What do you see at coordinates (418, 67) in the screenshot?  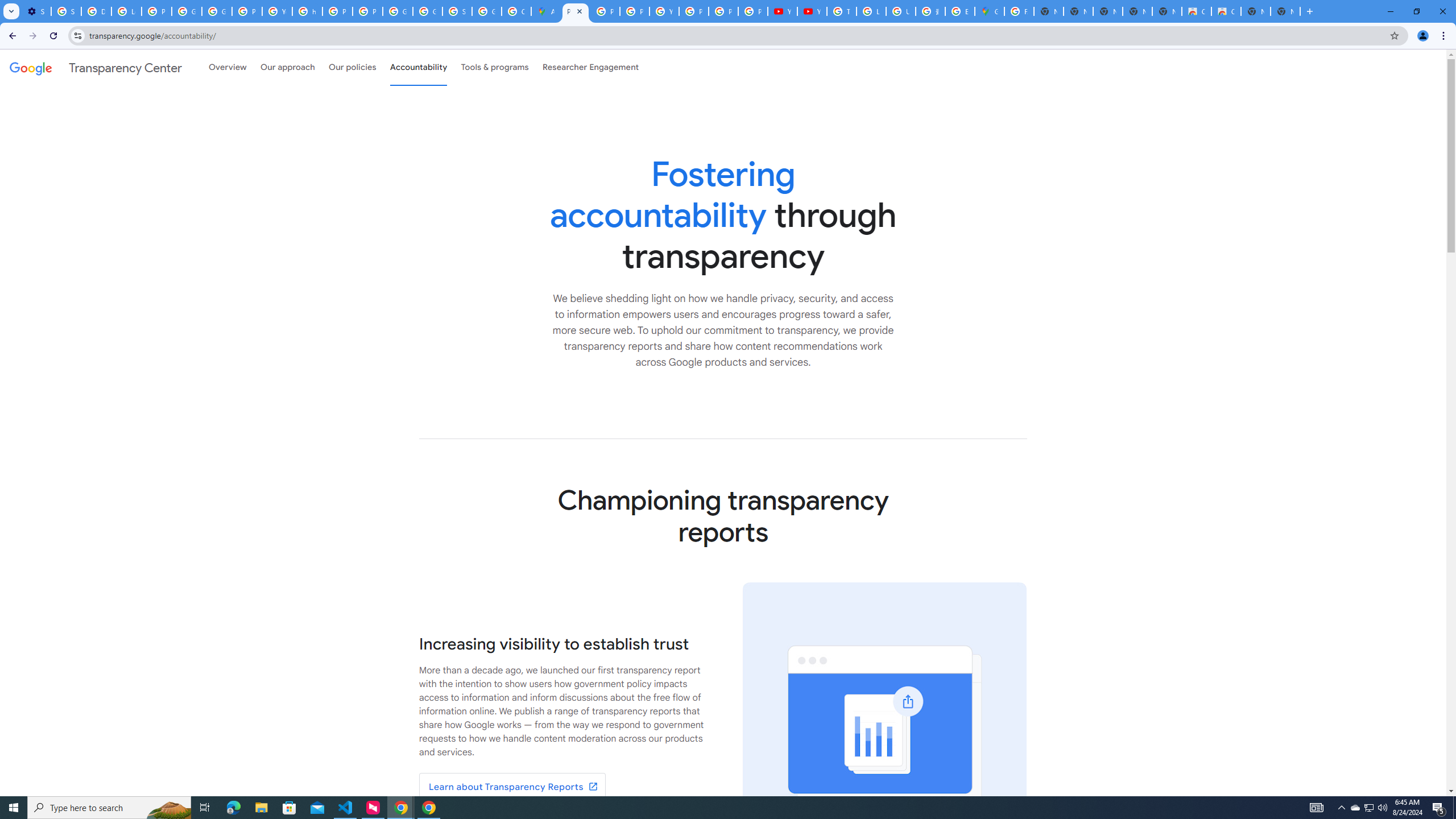 I see `'Accountability'` at bounding box center [418, 67].